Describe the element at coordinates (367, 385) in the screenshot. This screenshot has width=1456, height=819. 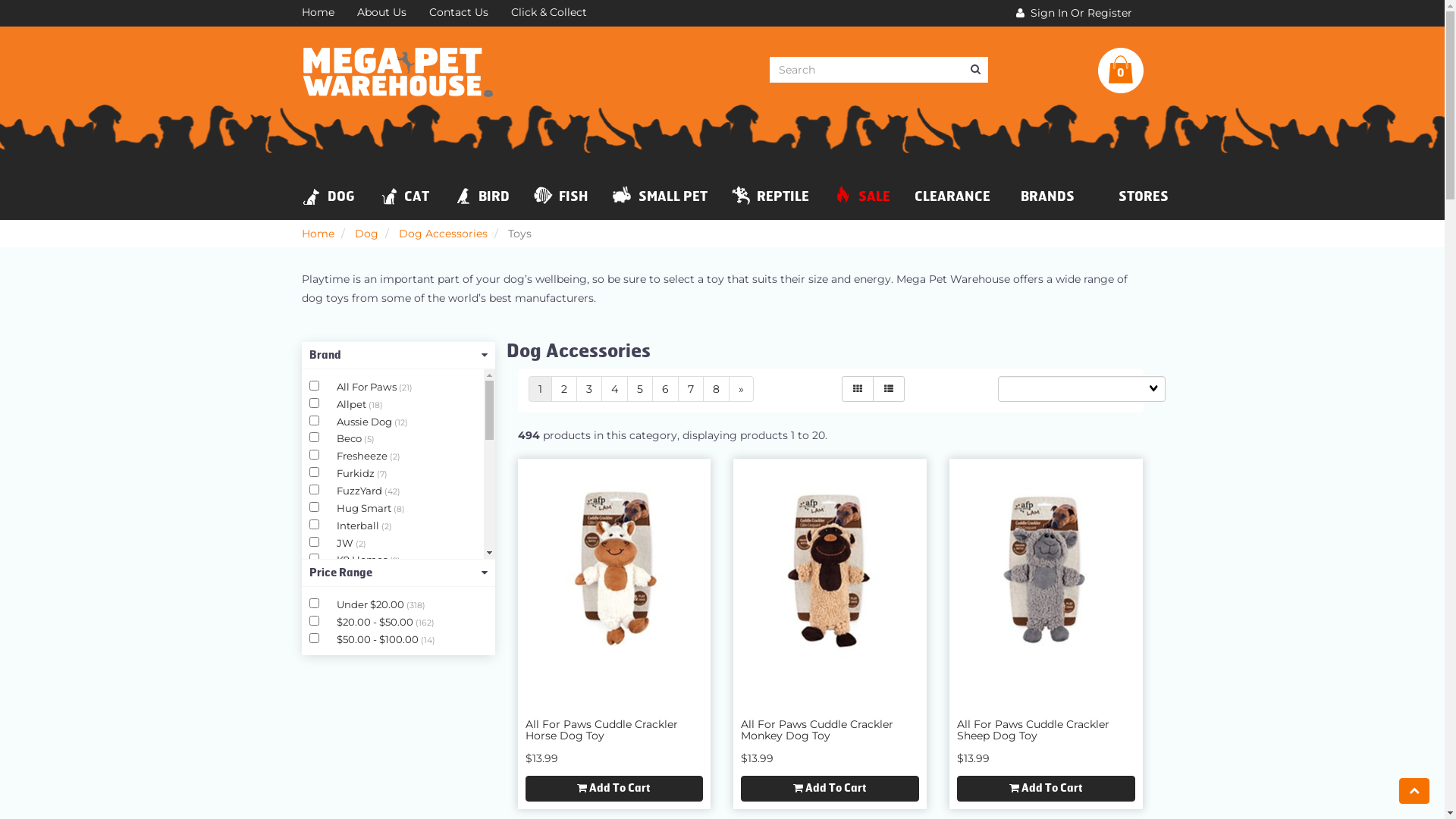
I see `'All For Paws'` at that location.